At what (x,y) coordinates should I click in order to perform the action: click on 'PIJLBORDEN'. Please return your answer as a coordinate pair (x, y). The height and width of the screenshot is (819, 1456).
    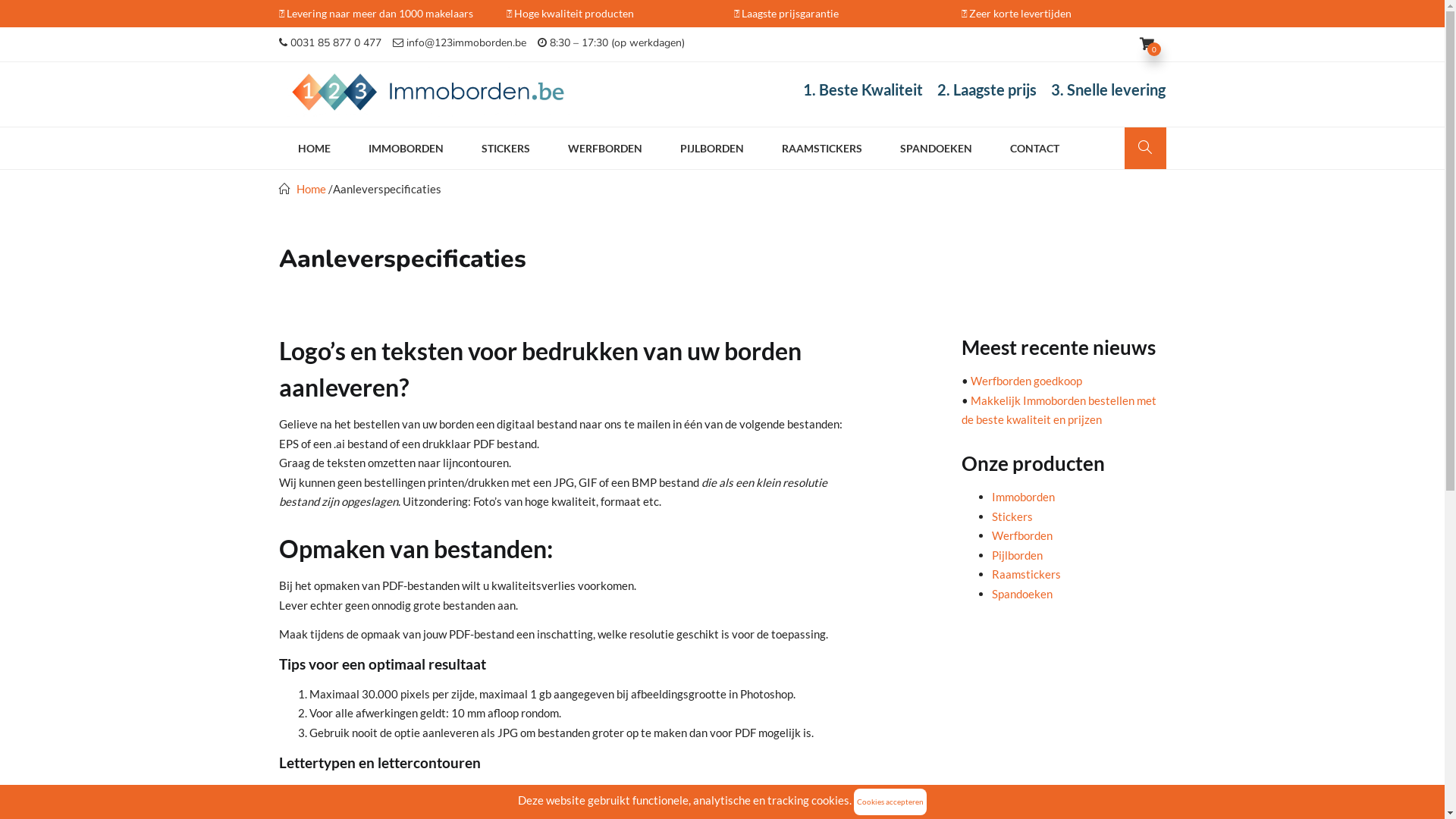
    Looking at the image, I should click on (711, 148).